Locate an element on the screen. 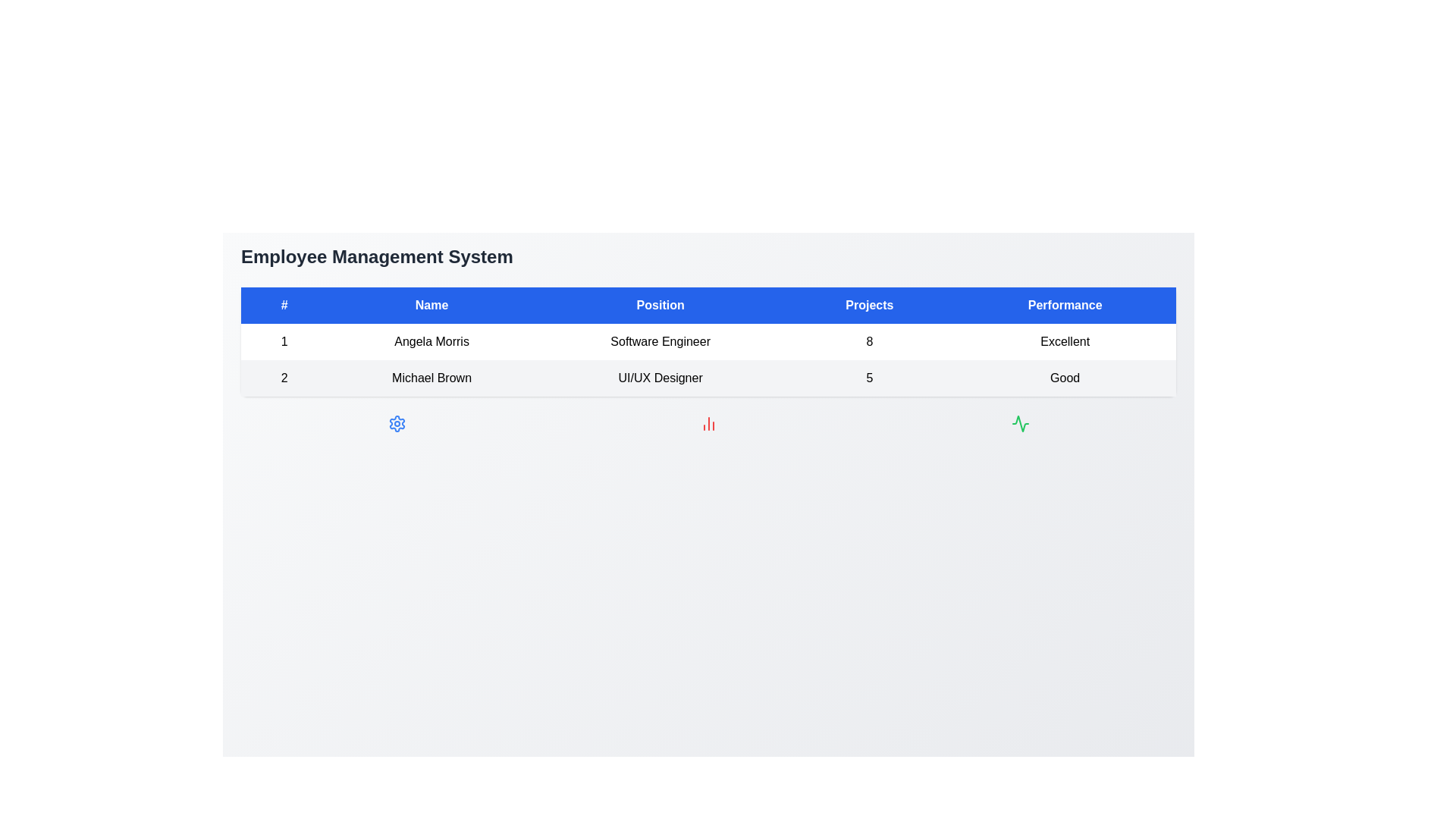 This screenshot has height=819, width=1456. static text representing the name of the employee located in the second column of the first row of the table under the 'Name' header is located at coordinates (431, 342).